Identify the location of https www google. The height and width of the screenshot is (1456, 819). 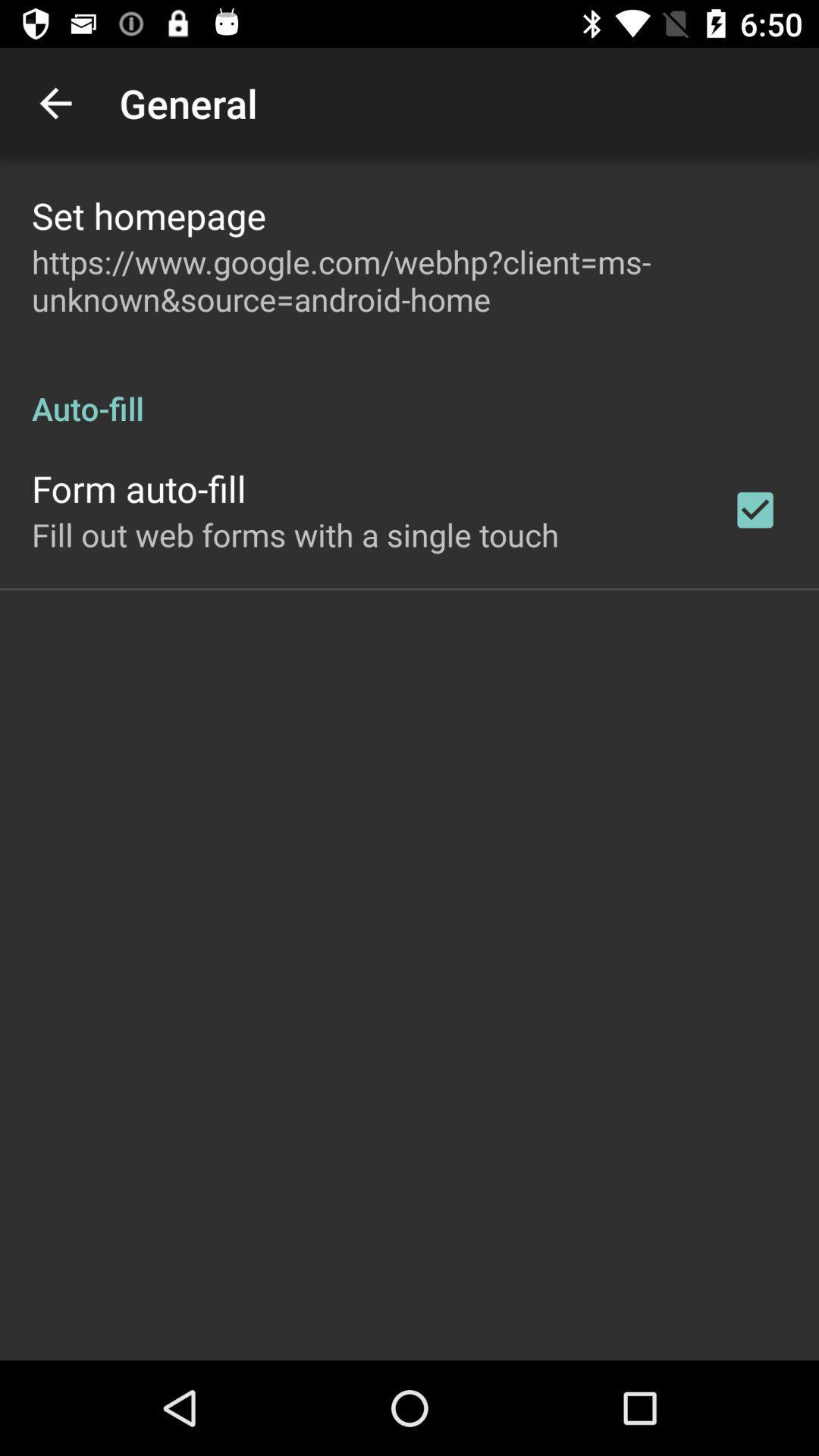
(409, 280).